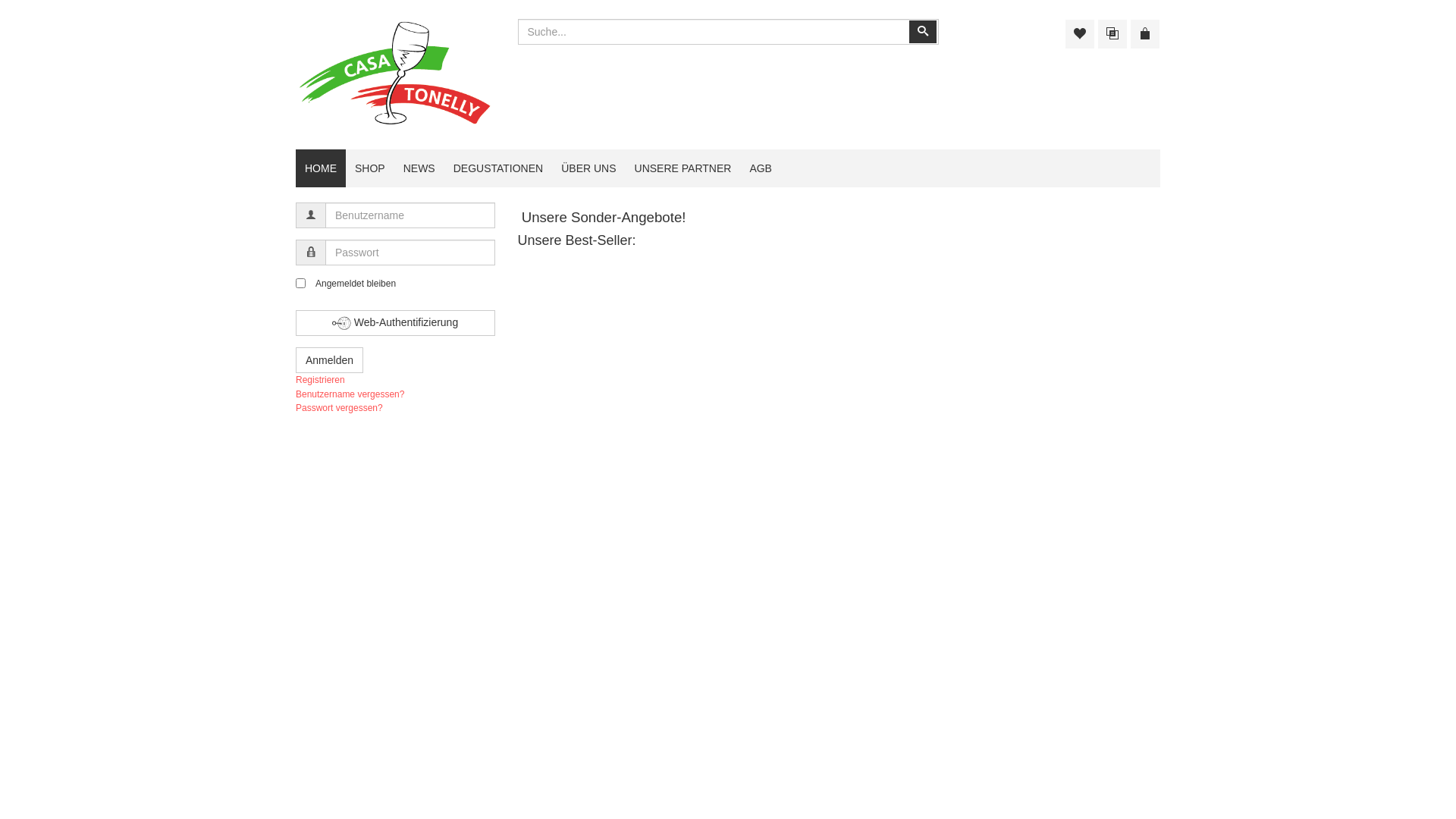  I want to click on 'NEWS', so click(419, 168).